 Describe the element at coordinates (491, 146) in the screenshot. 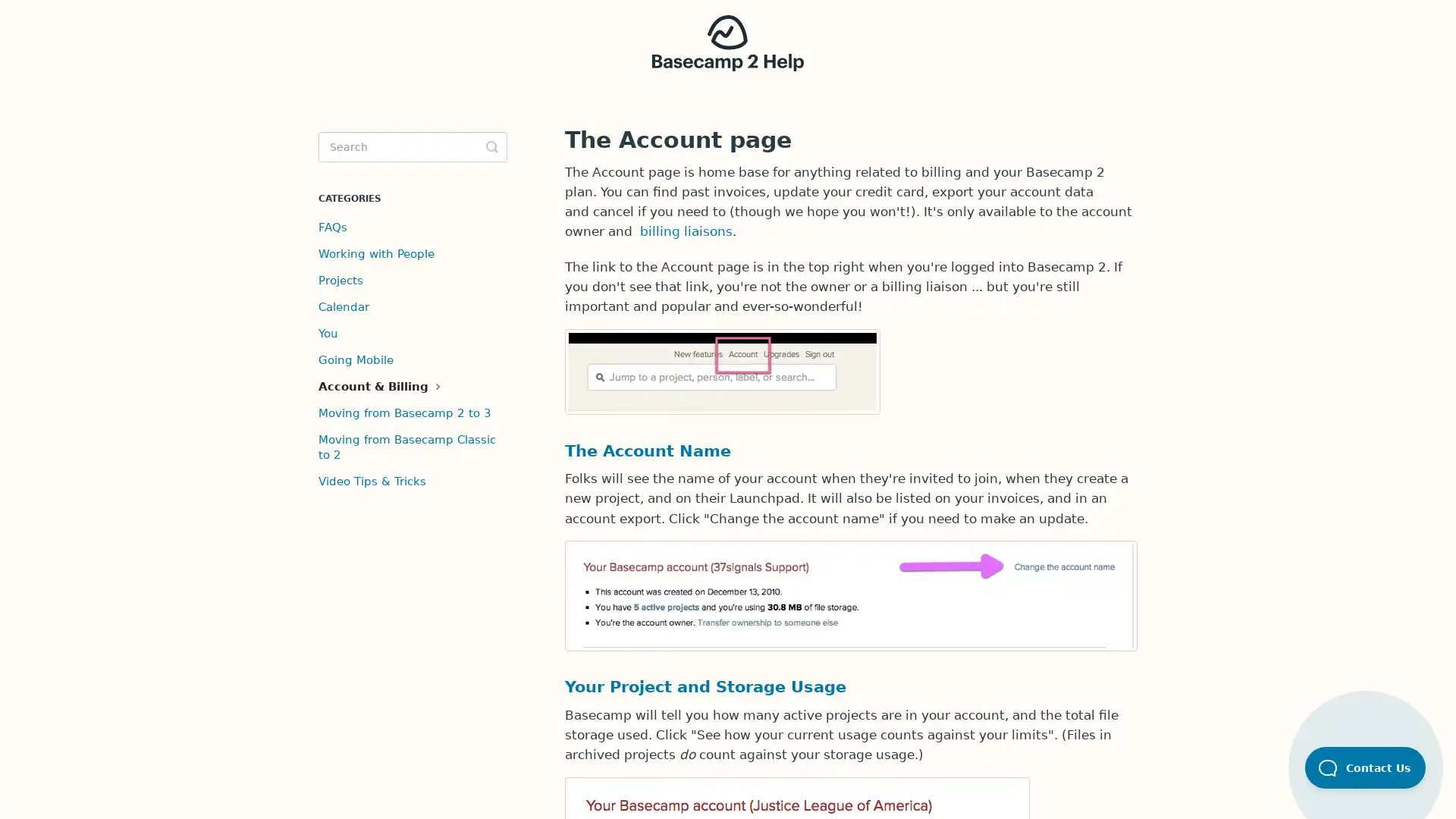

I see `Toggle Search` at that location.